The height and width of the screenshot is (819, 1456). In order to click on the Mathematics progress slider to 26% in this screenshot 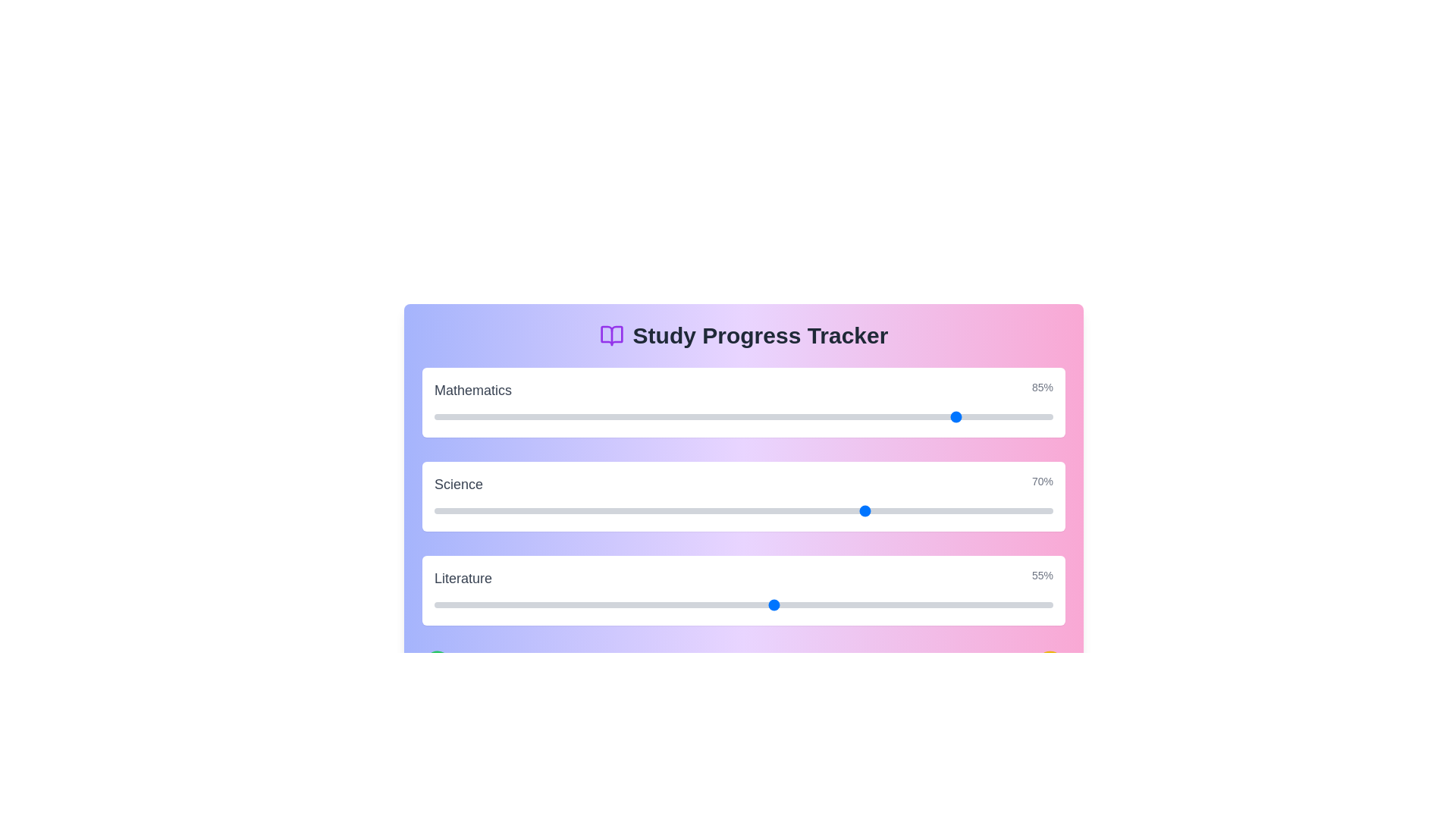, I will do `click(595, 417)`.